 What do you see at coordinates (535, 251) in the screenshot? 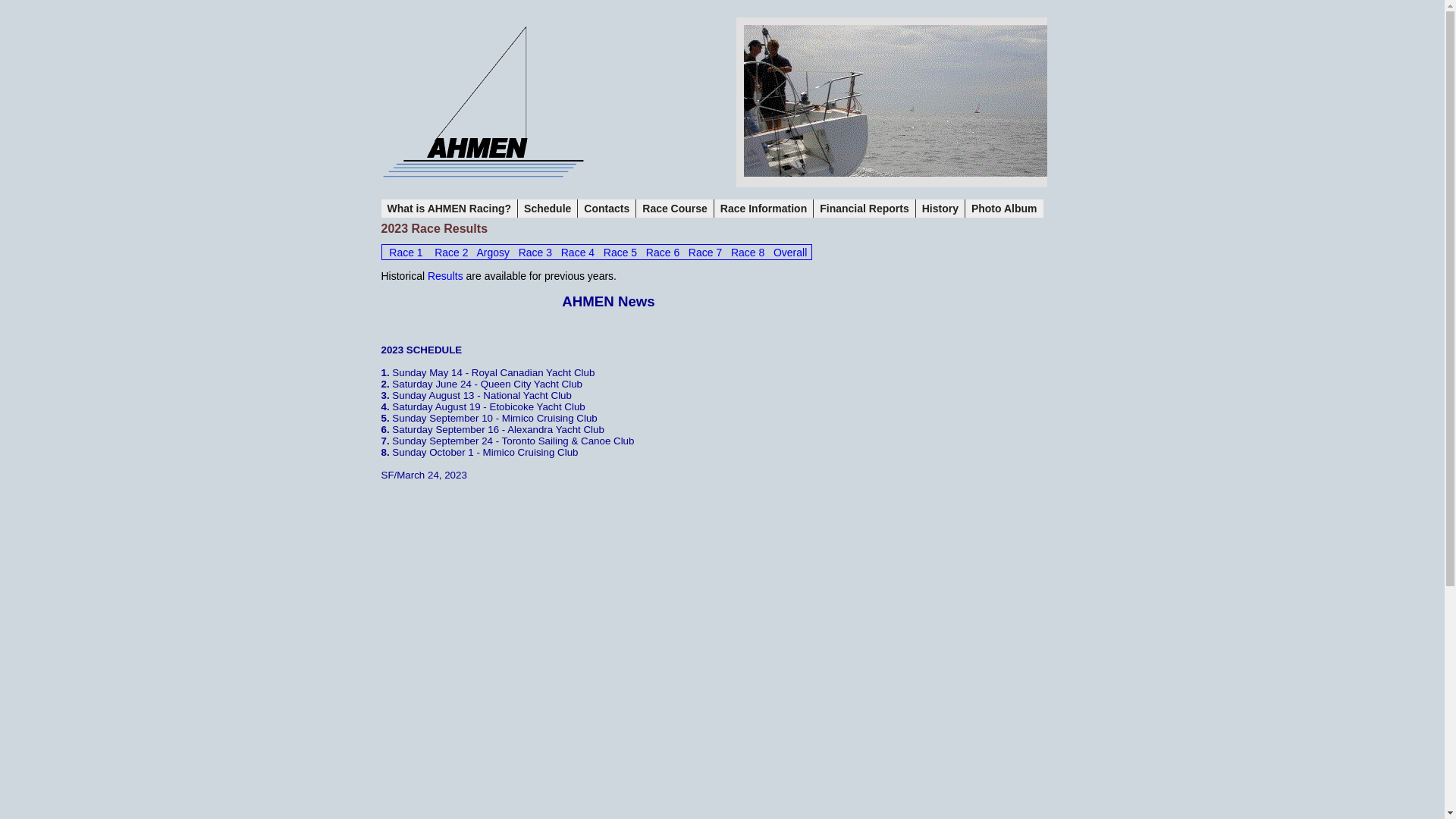
I see `'Race 3'` at bounding box center [535, 251].